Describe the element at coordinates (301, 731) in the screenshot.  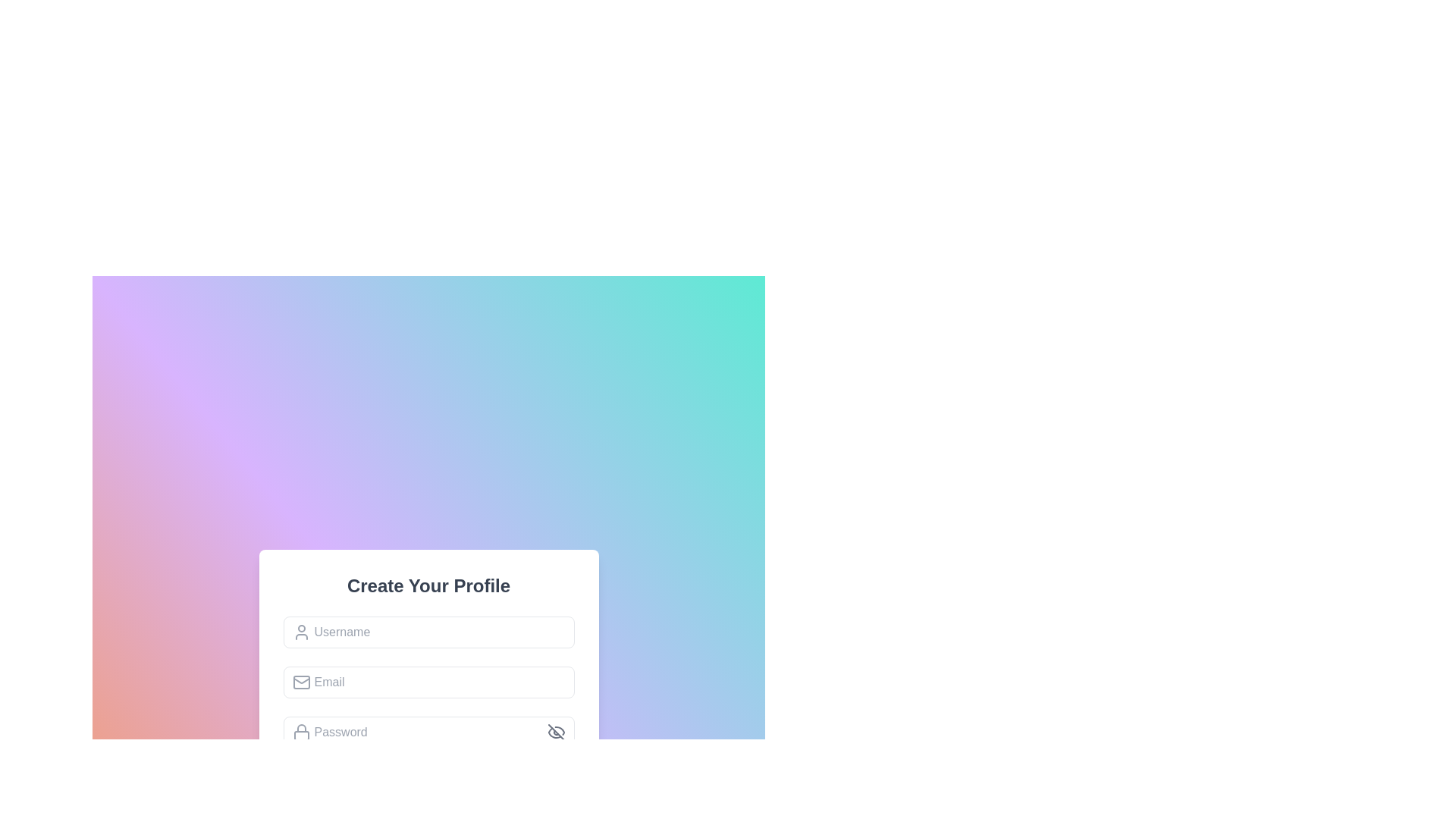
I see `the lock icon located to the left of the password input field, which features a rounded rectangle body and a curved line shackle` at that location.